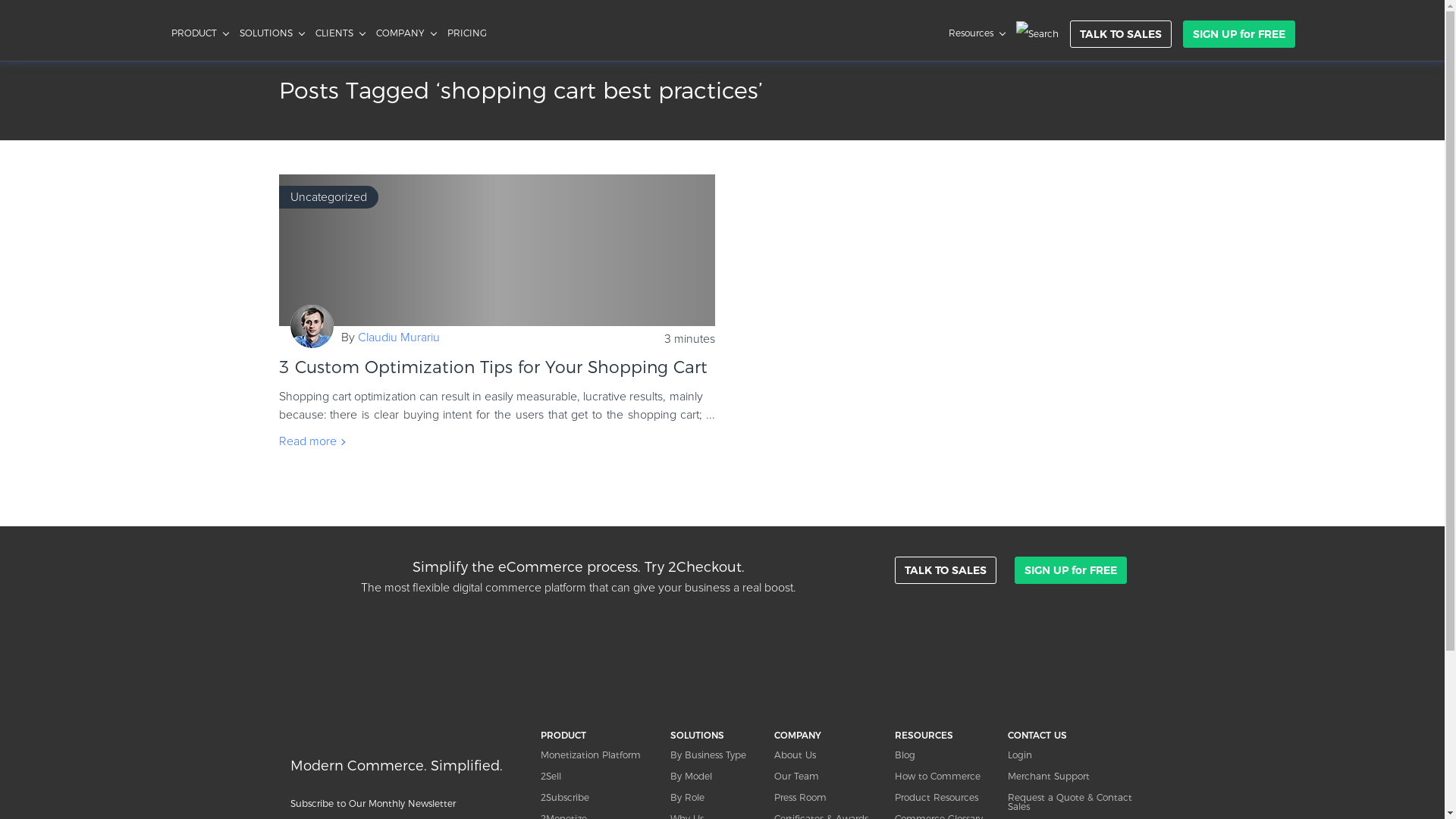 The height and width of the screenshot is (819, 1456). Describe the element at coordinates (1080, 755) in the screenshot. I see `'Login'` at that location.